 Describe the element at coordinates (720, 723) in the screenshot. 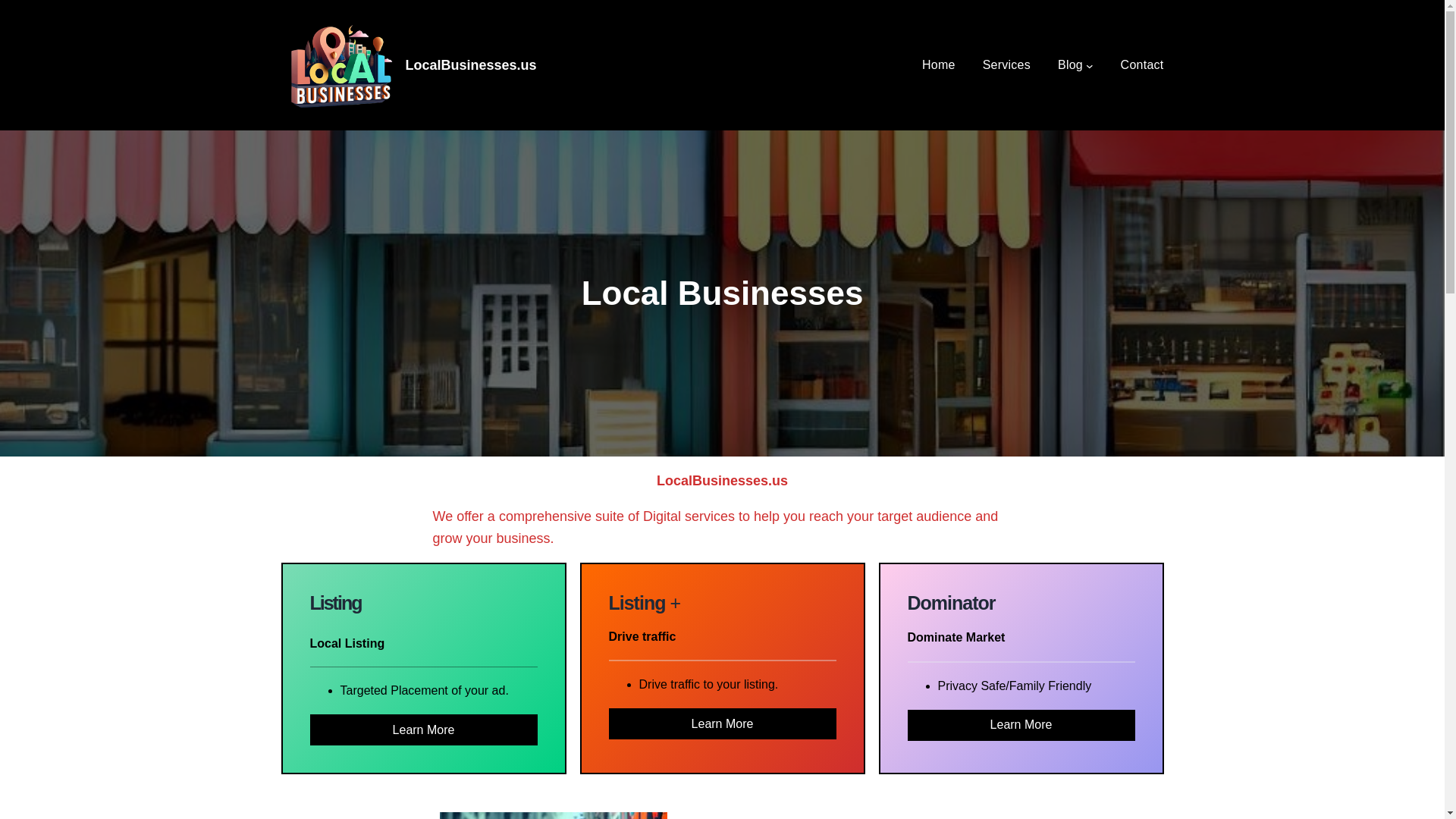

I see `'Learn More'` at that location.